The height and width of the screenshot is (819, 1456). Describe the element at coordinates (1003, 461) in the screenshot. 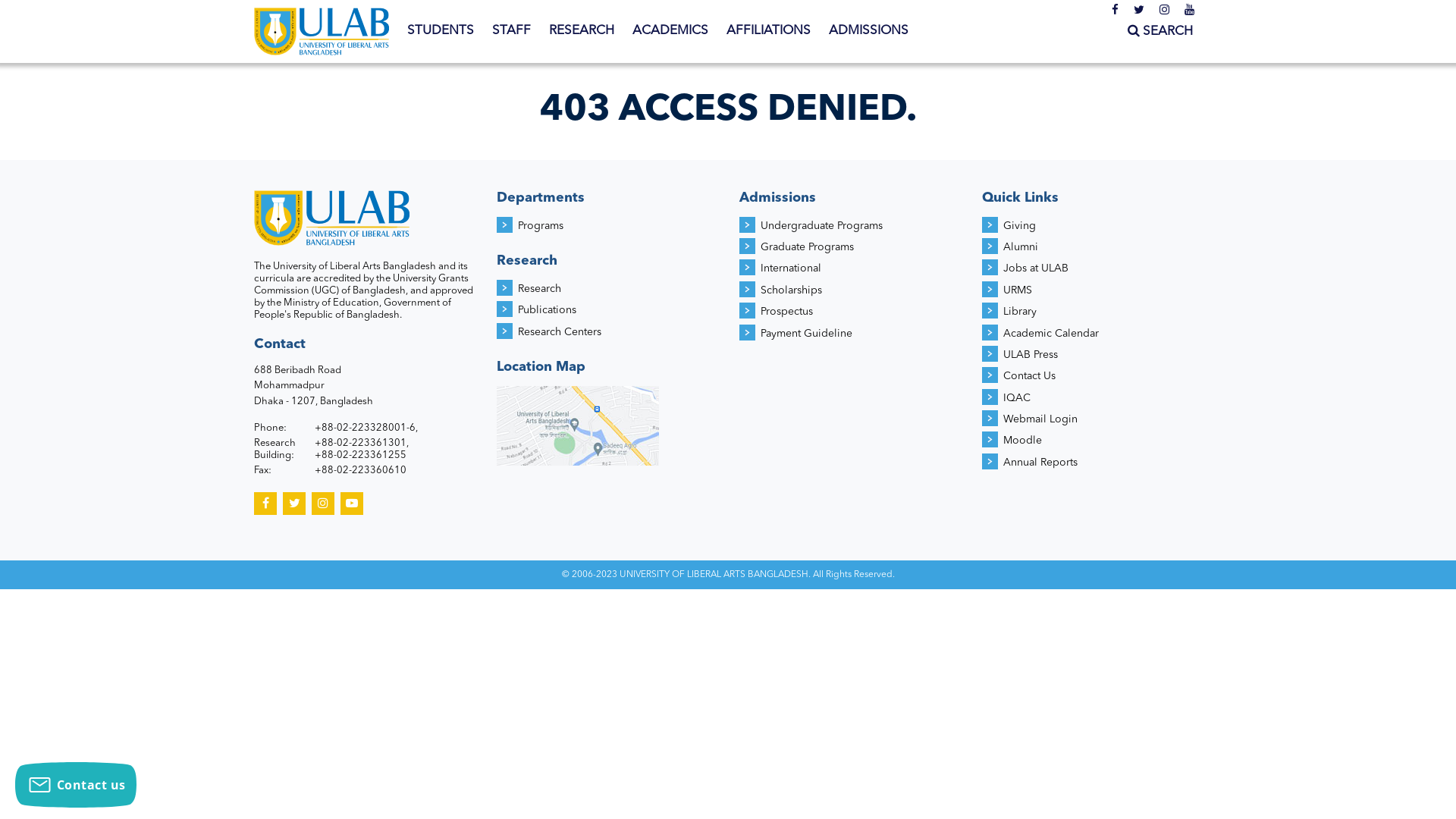

I see `'Annual Reports'` at that location.